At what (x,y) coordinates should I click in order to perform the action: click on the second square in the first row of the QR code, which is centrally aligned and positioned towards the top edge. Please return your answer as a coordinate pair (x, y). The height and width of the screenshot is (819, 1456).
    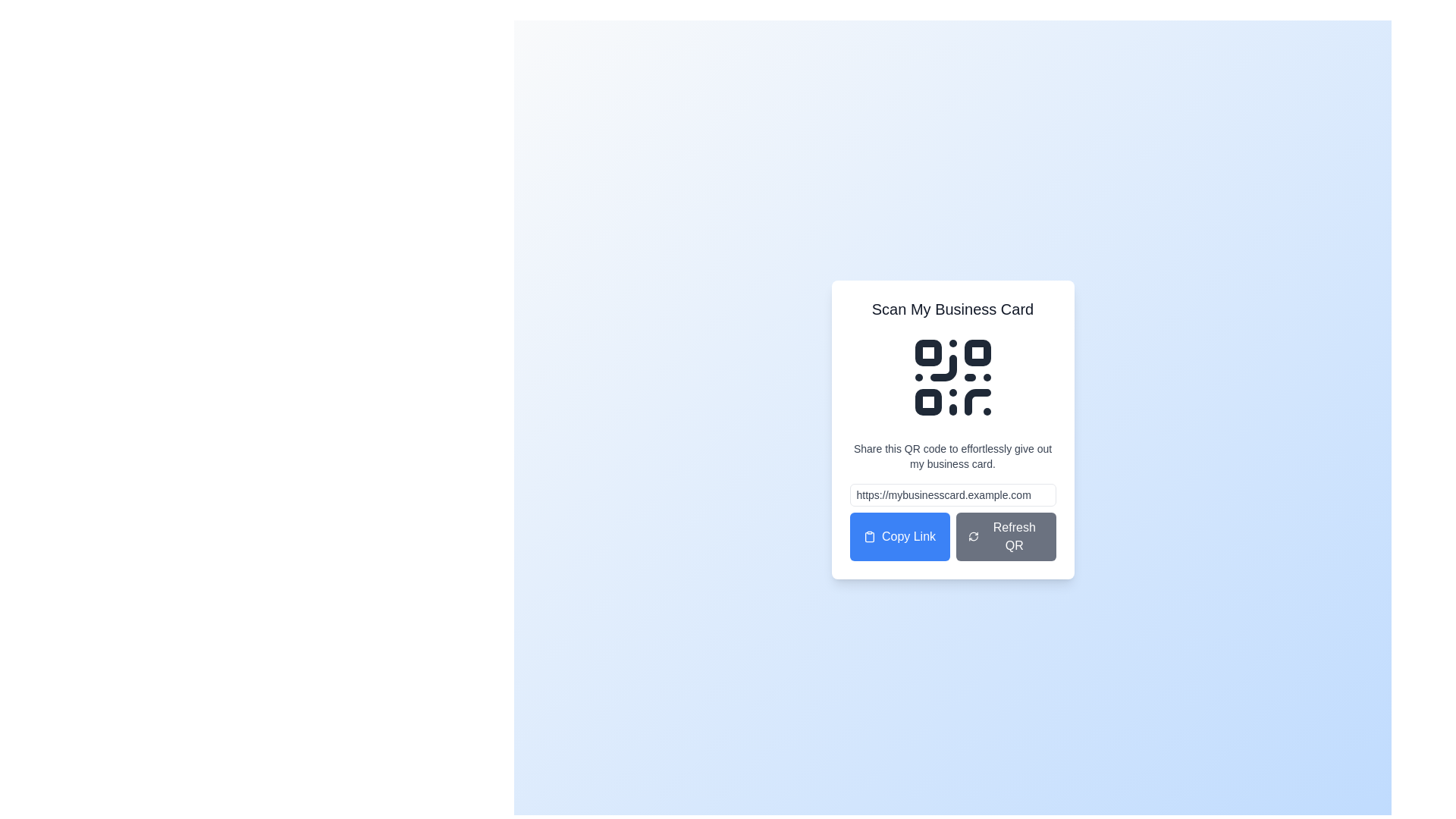
    Looking at the image, I should click on (977, 353).